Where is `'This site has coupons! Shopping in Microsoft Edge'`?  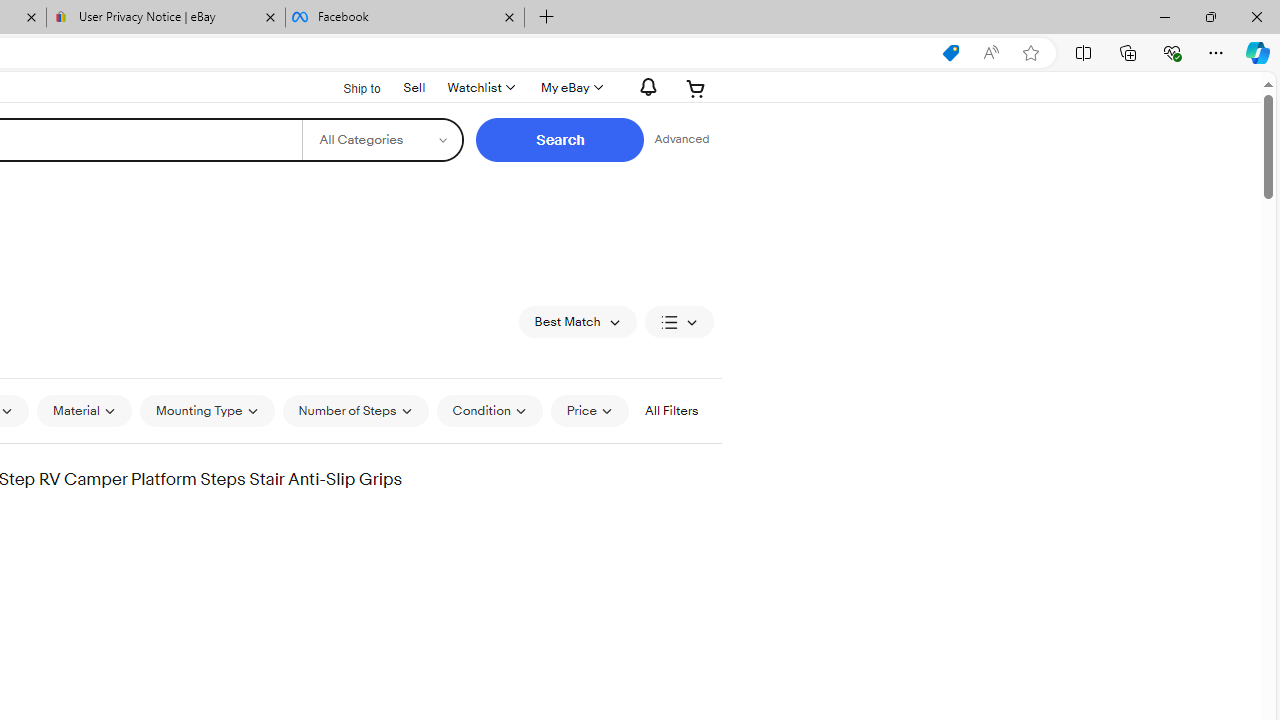 'This site has coupons! Shopping in Microsoft Edge' is located at coordinates (950, 52).